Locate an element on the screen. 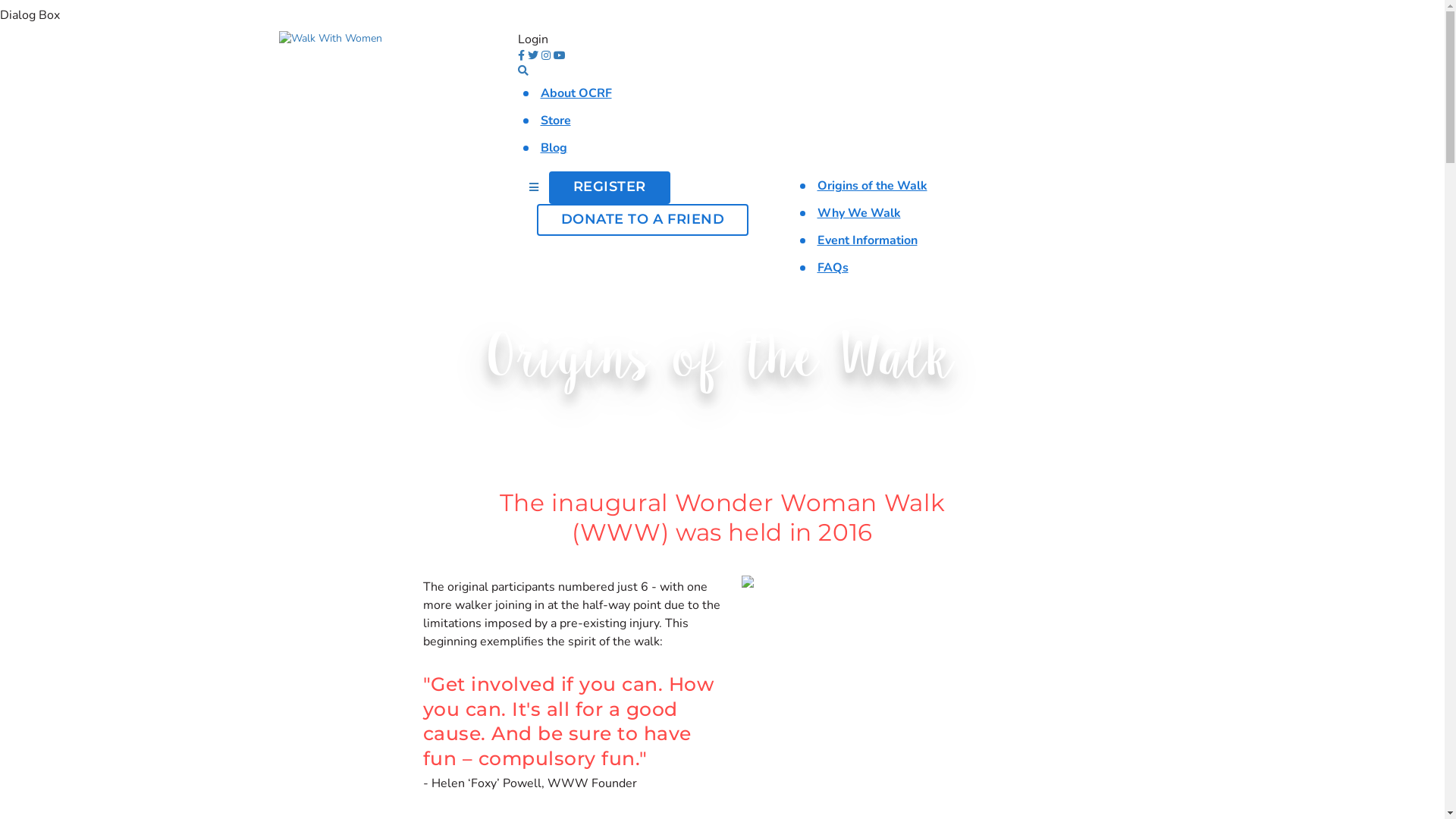  'Blog' is located at coordinates (552, 148).